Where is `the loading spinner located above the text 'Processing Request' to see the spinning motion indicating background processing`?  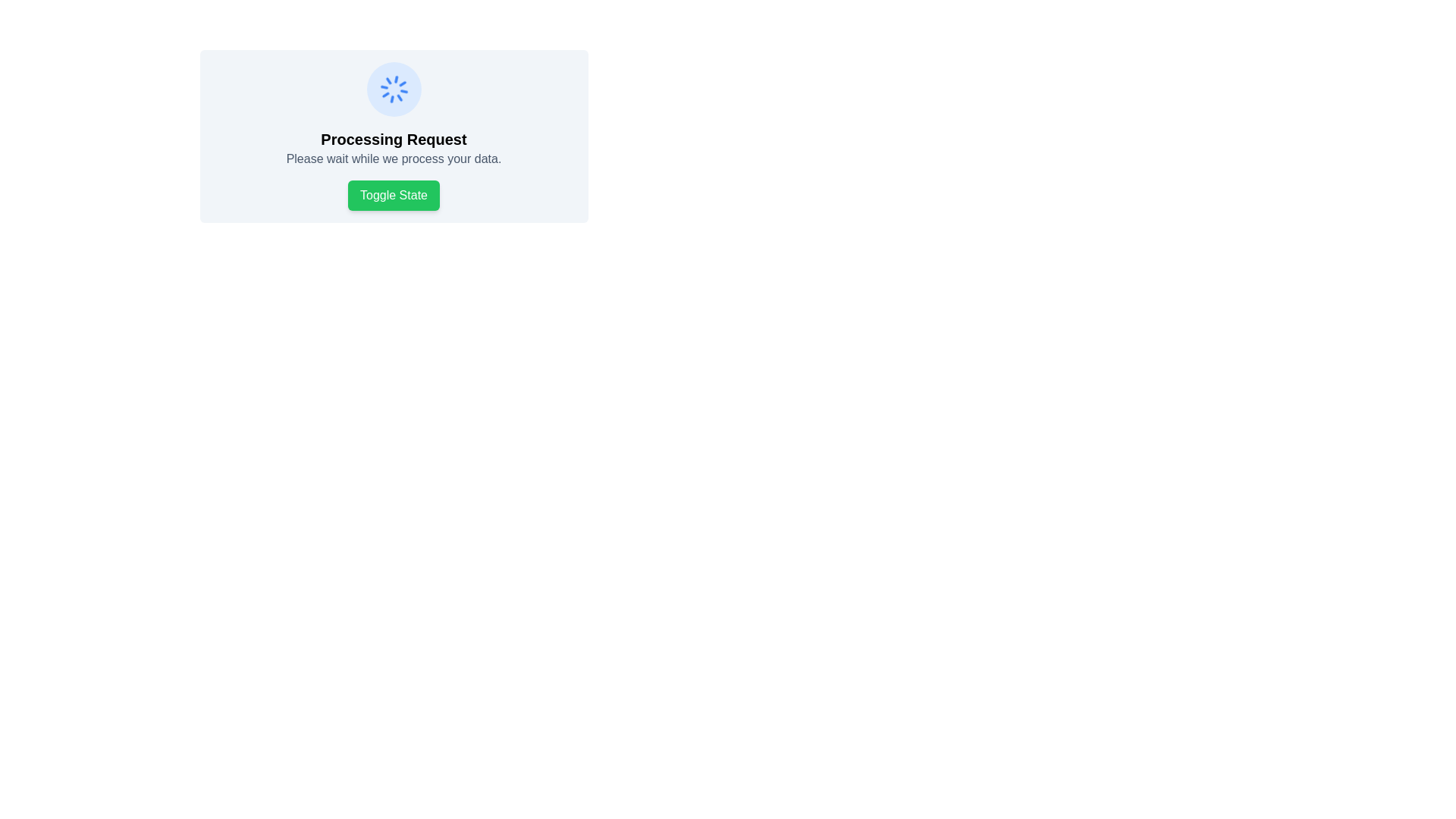 the loading spinner located above the text 'Processing Request' to see the spinning motion indicating background processing is located at coordinates (394, 89).